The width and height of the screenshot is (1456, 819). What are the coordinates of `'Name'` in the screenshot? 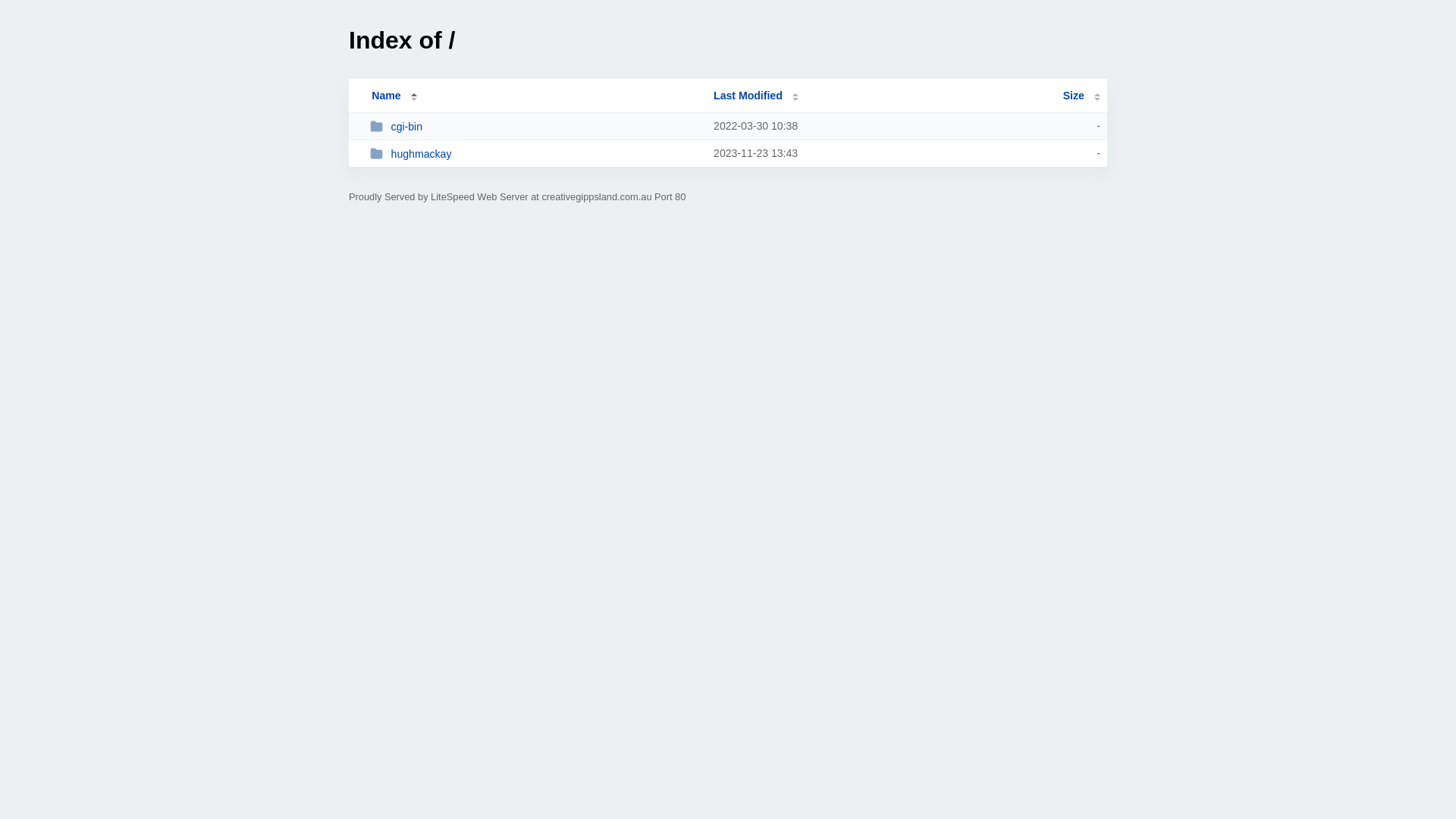 It's located at (385, 96).